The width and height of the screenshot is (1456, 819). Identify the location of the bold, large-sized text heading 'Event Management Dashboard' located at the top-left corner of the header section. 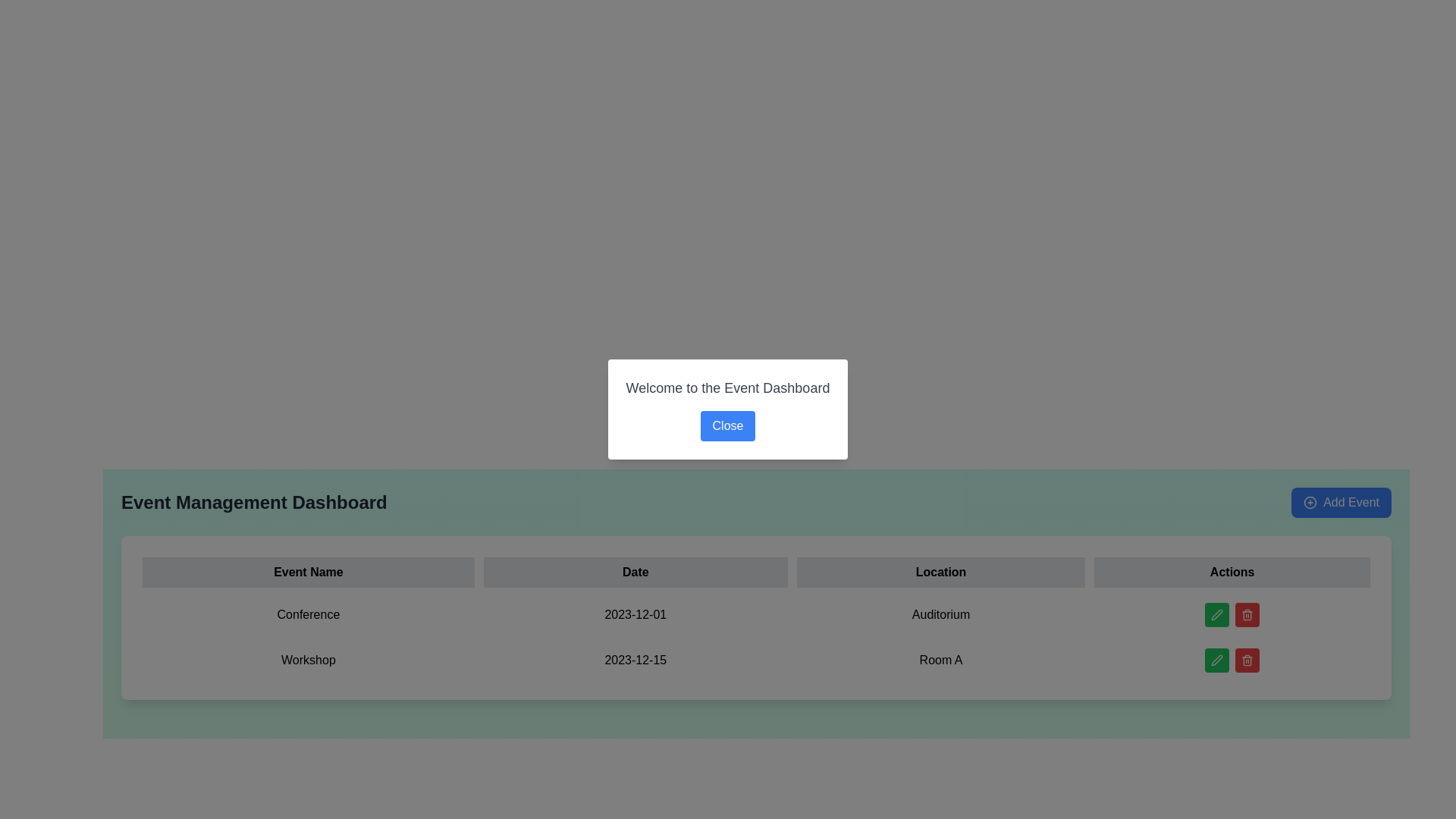
(254, 503).